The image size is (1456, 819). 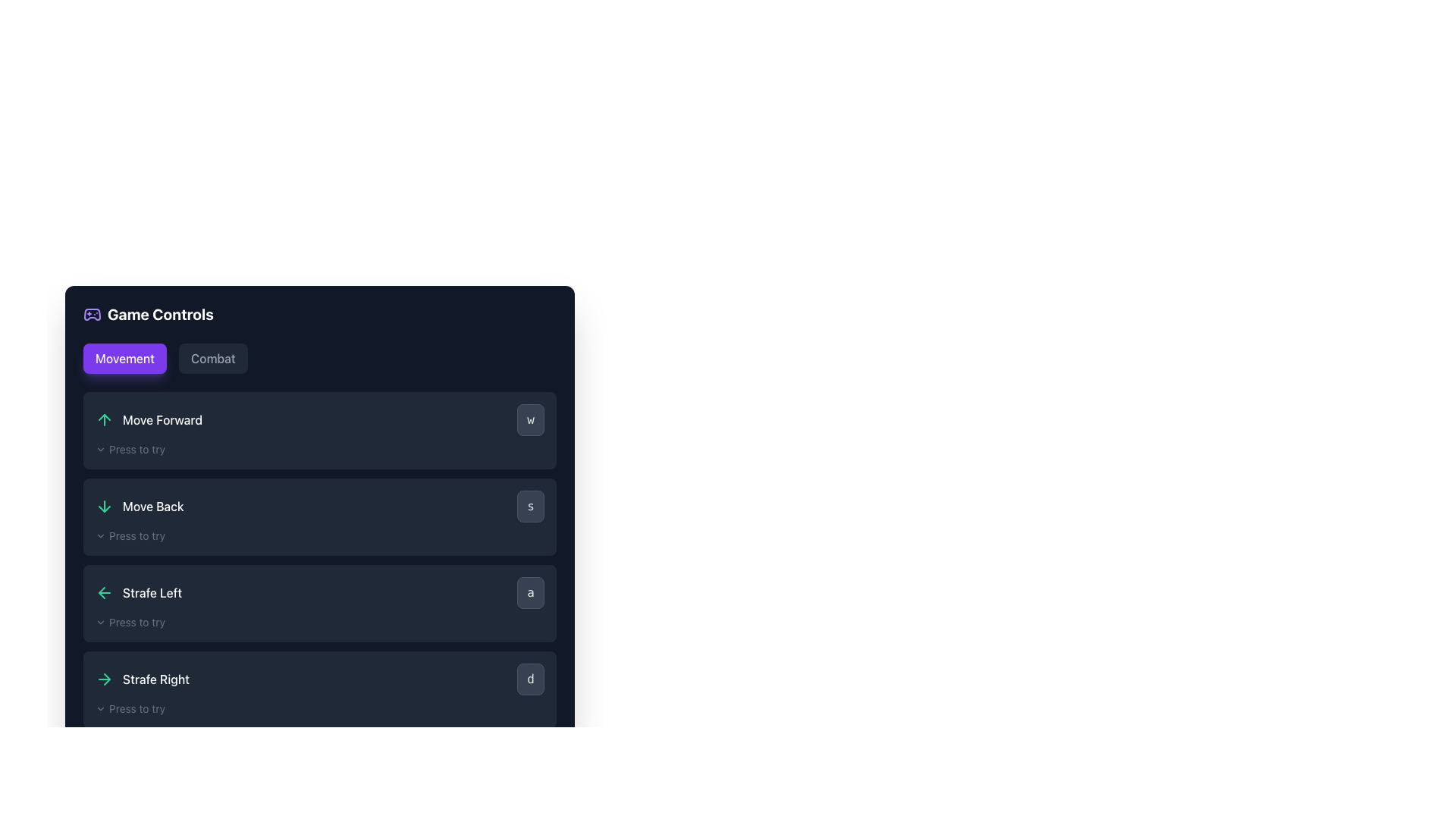 What do you see at coordinates (142, 678) in the screenshot?
I see `the 'Strafe Right' text label which is styled in white and located next to a green right arrow in the list of game controls` at bounding box center [142, 678].